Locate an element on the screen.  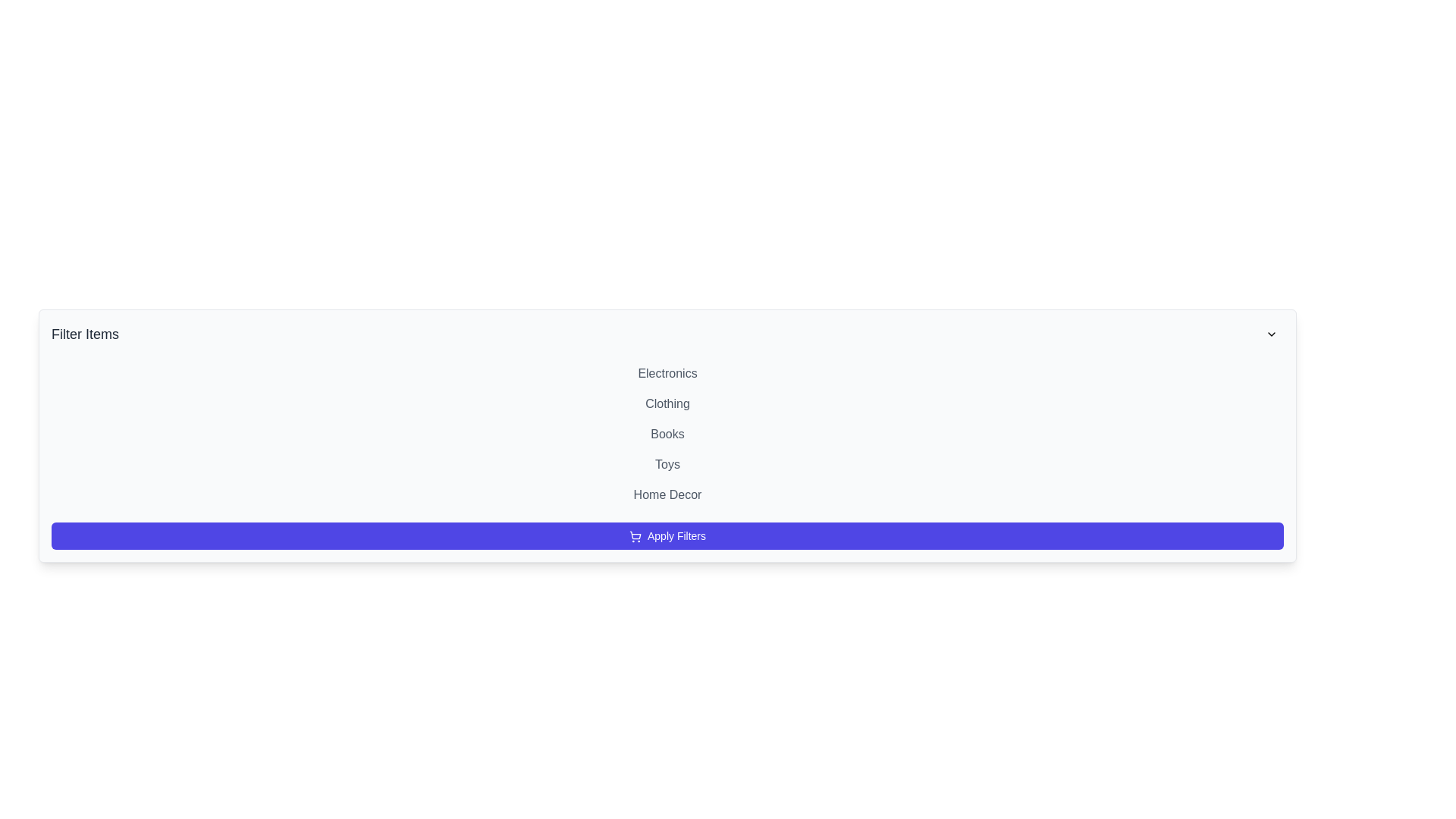
the primary label text element located in the top-left section of the filter section interface is located at coordinates (84, 333).